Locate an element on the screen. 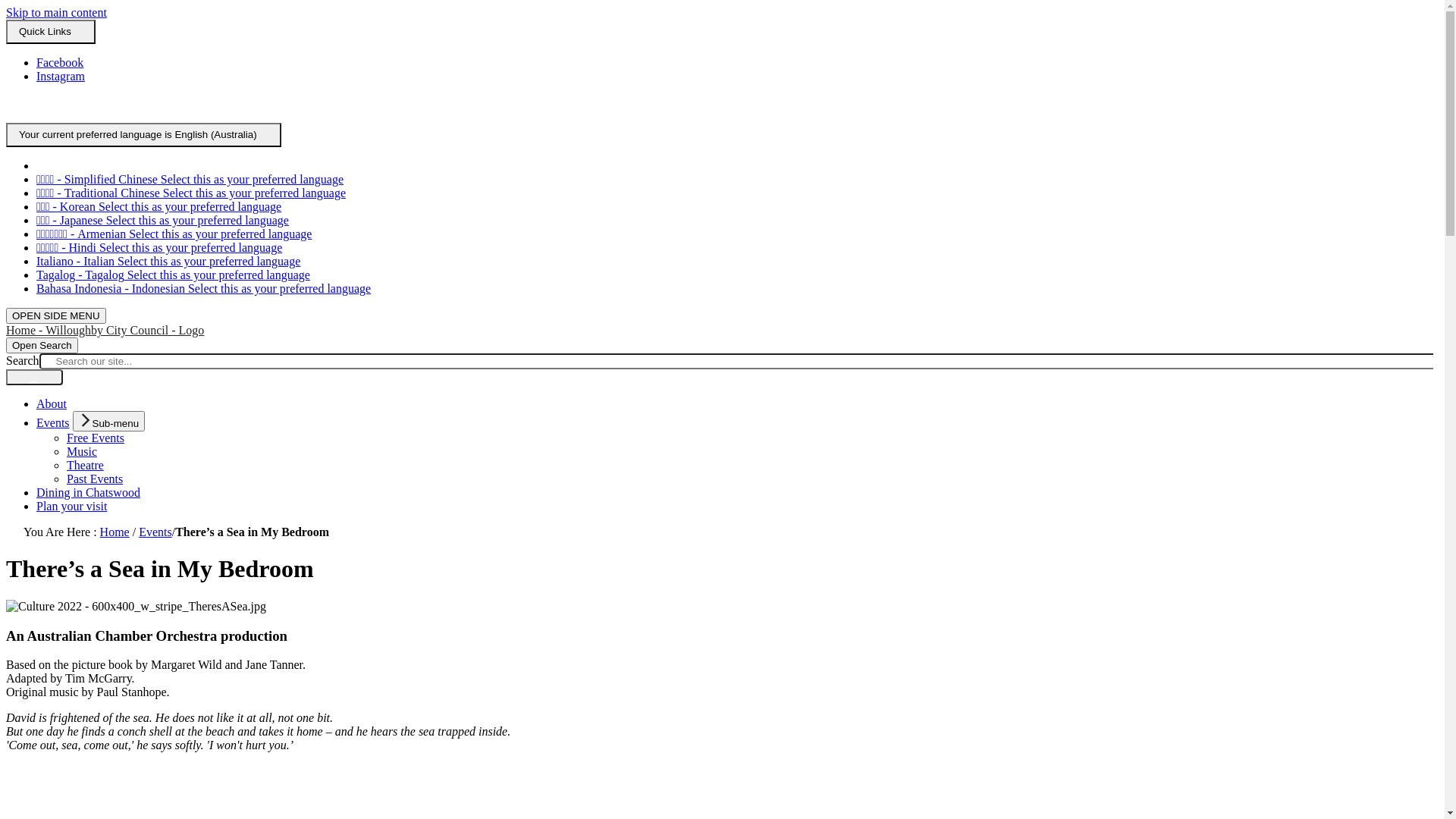 Image resolution: width=1456 pixels, height=819 pixels. 'Sub-menu' is located at coordinates (108, 421).